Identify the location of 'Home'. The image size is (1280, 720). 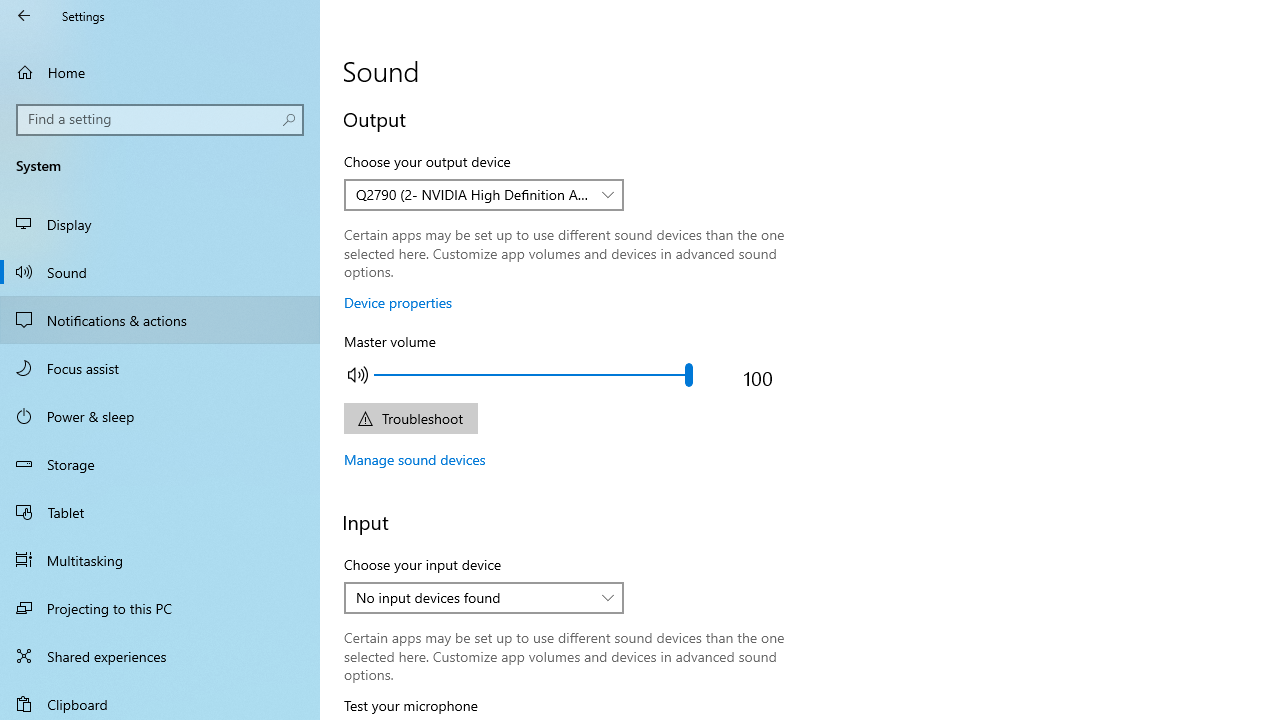
(160, 71).